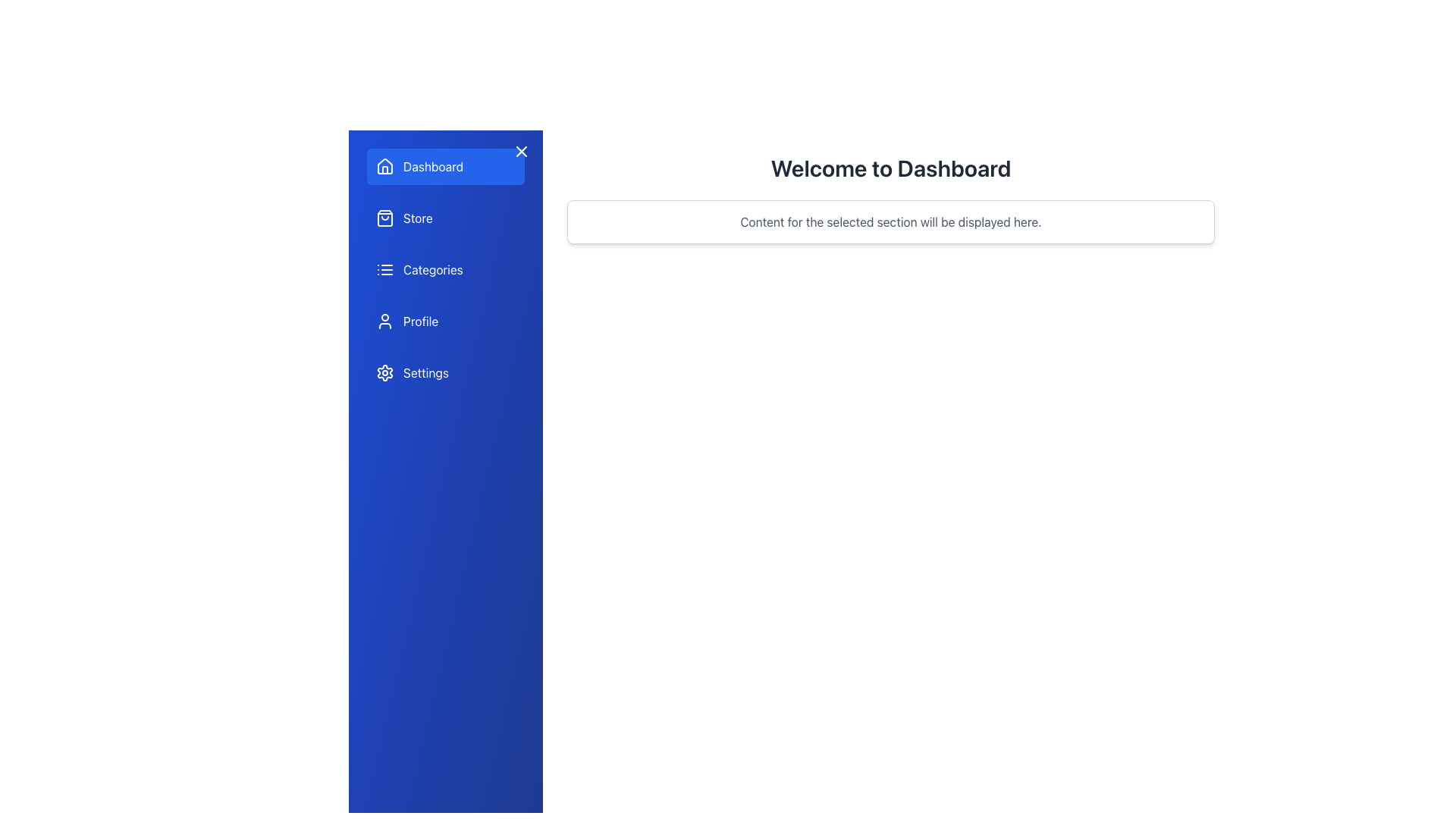  What do you see at coordinates (385, 268) in the screenshot?
I see `the list view icon` at bounding box center [385, 268].